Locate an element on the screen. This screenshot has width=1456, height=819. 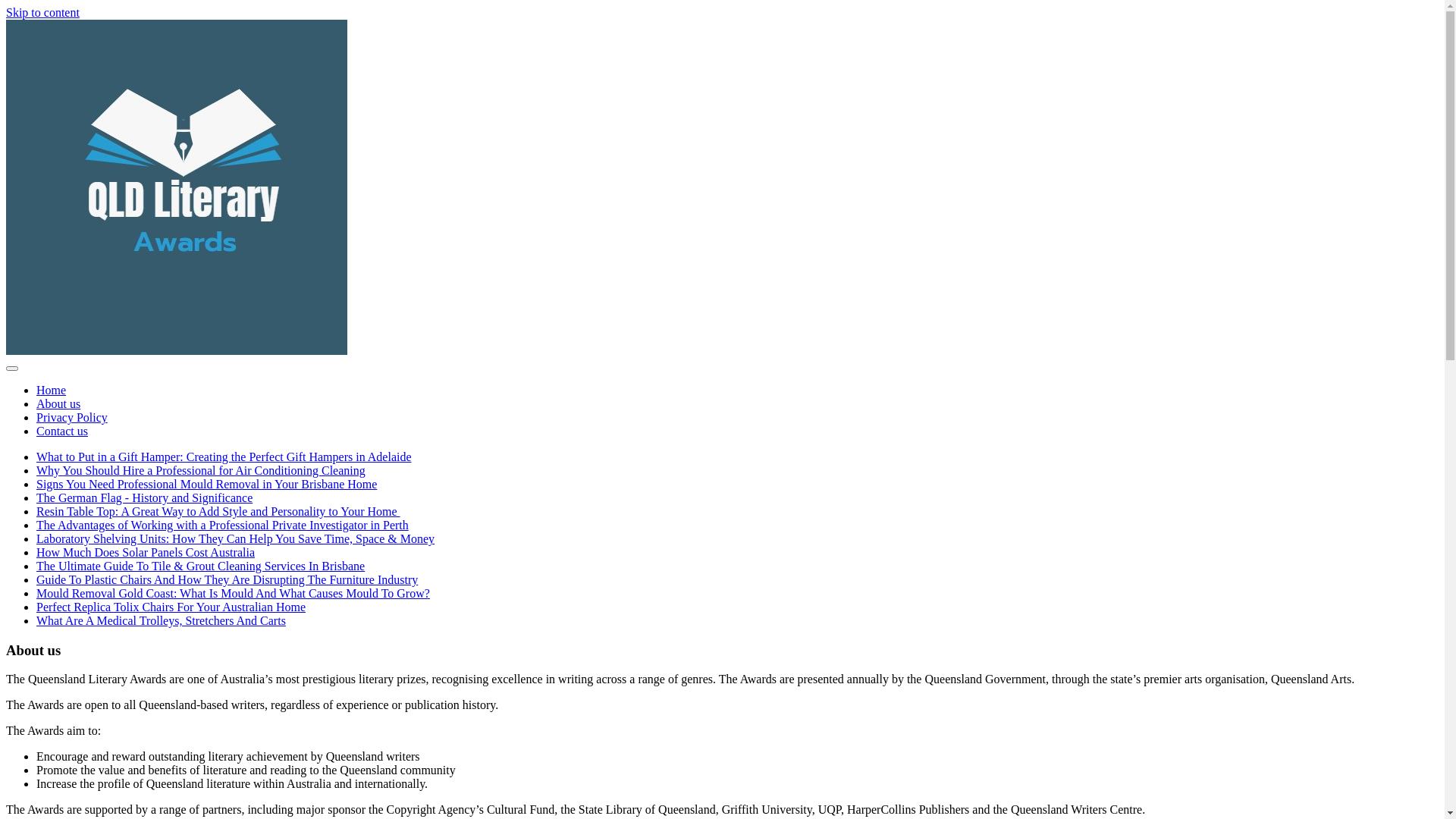
'Contact us' is located at coordinates (61, 431).